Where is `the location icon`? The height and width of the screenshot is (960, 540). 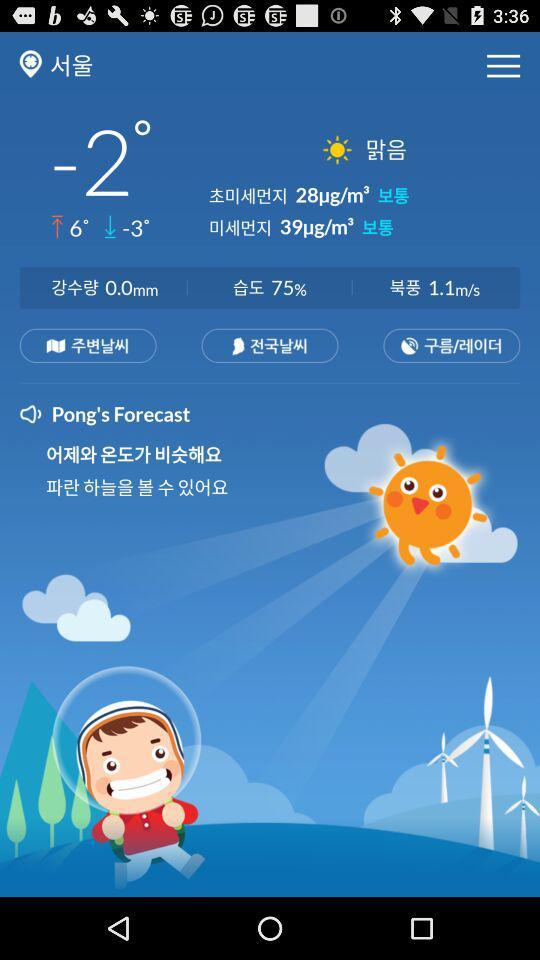 the location icon is located at coordinates (23, 59).